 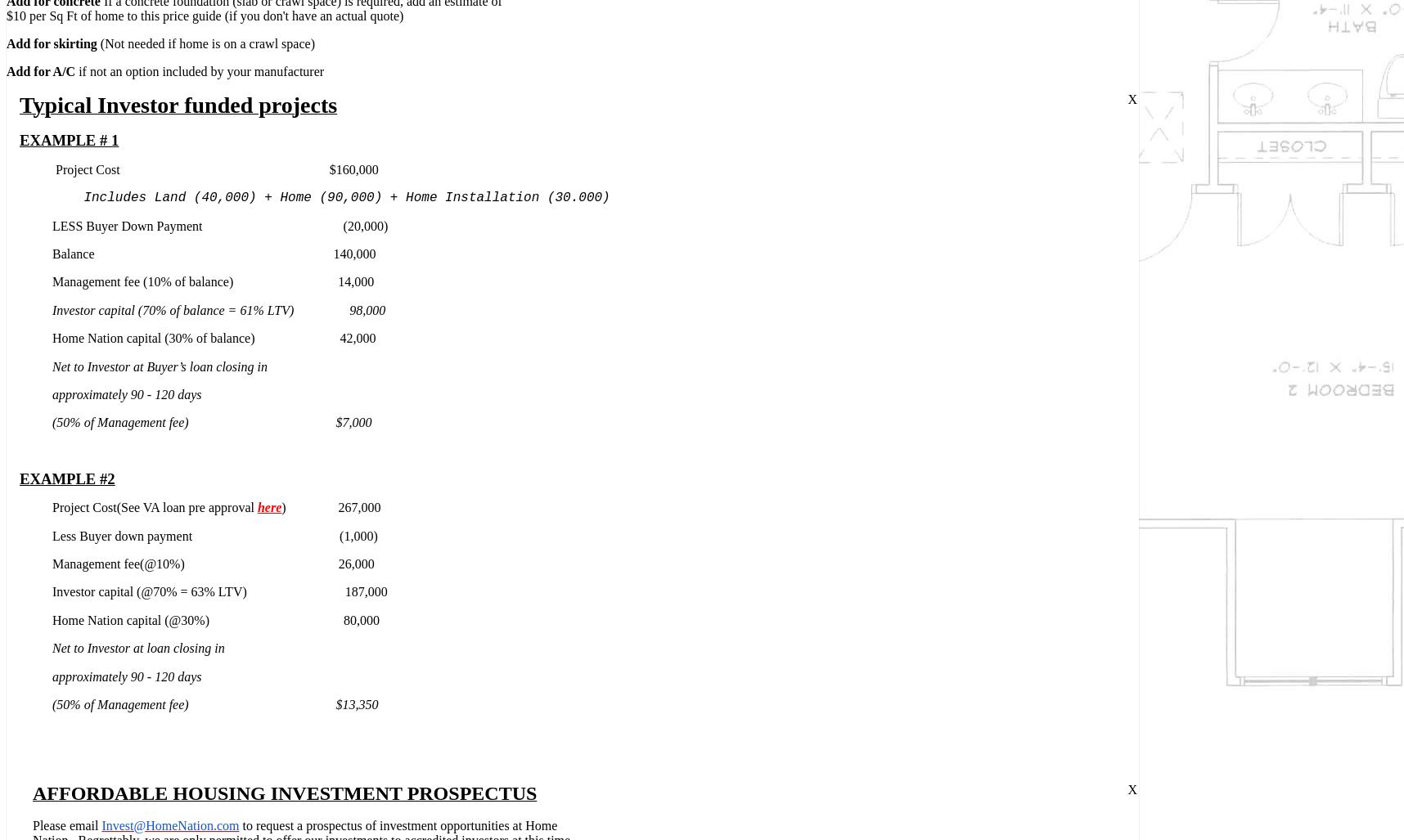 I want to click on 'Project Cost', so click(x=87, y=168).